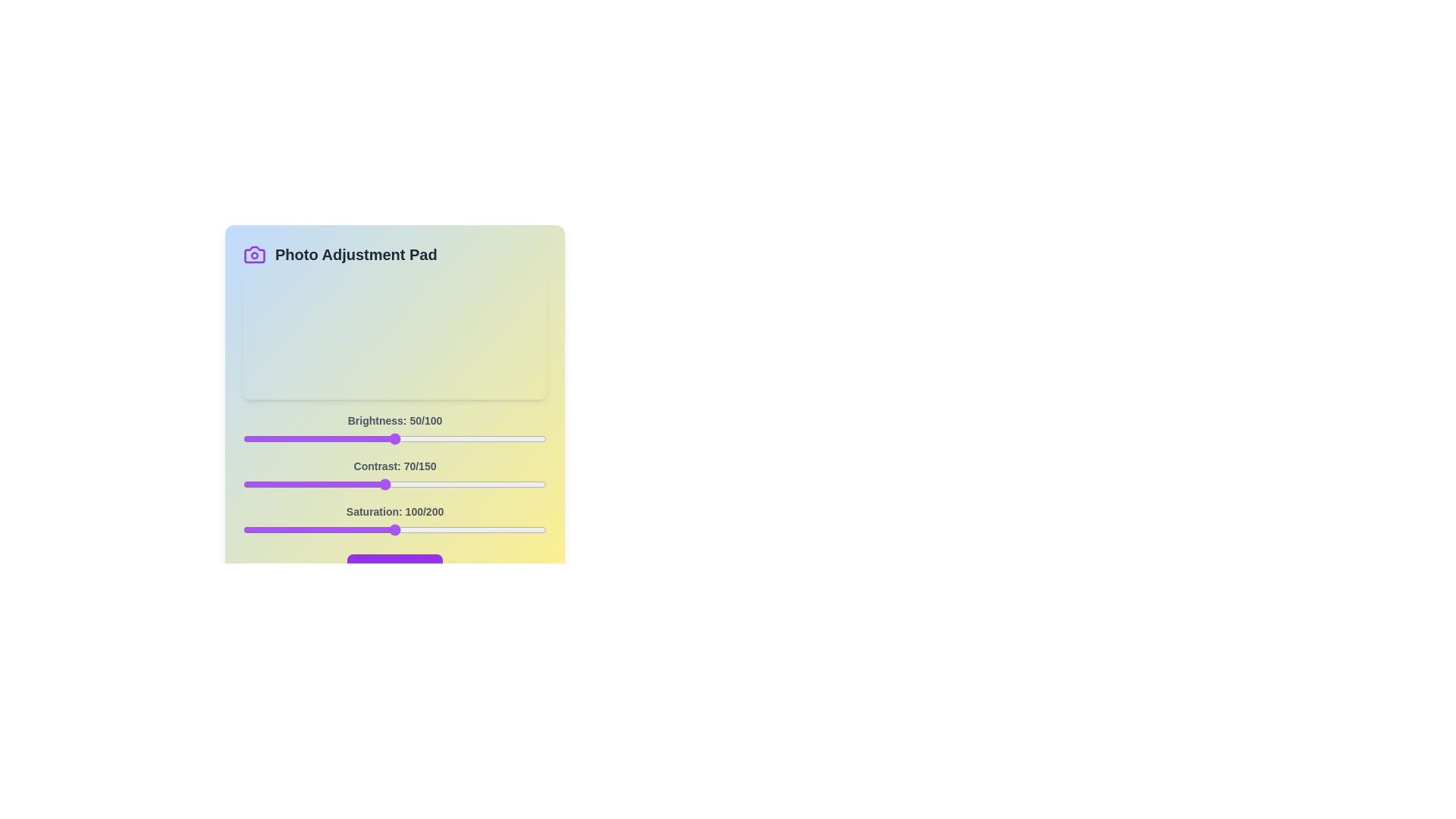 The image size is (1456, 819). Describe the element at coordinates (395, 338) in the screenshot. I see `the image preview area to inspect it` at that location.